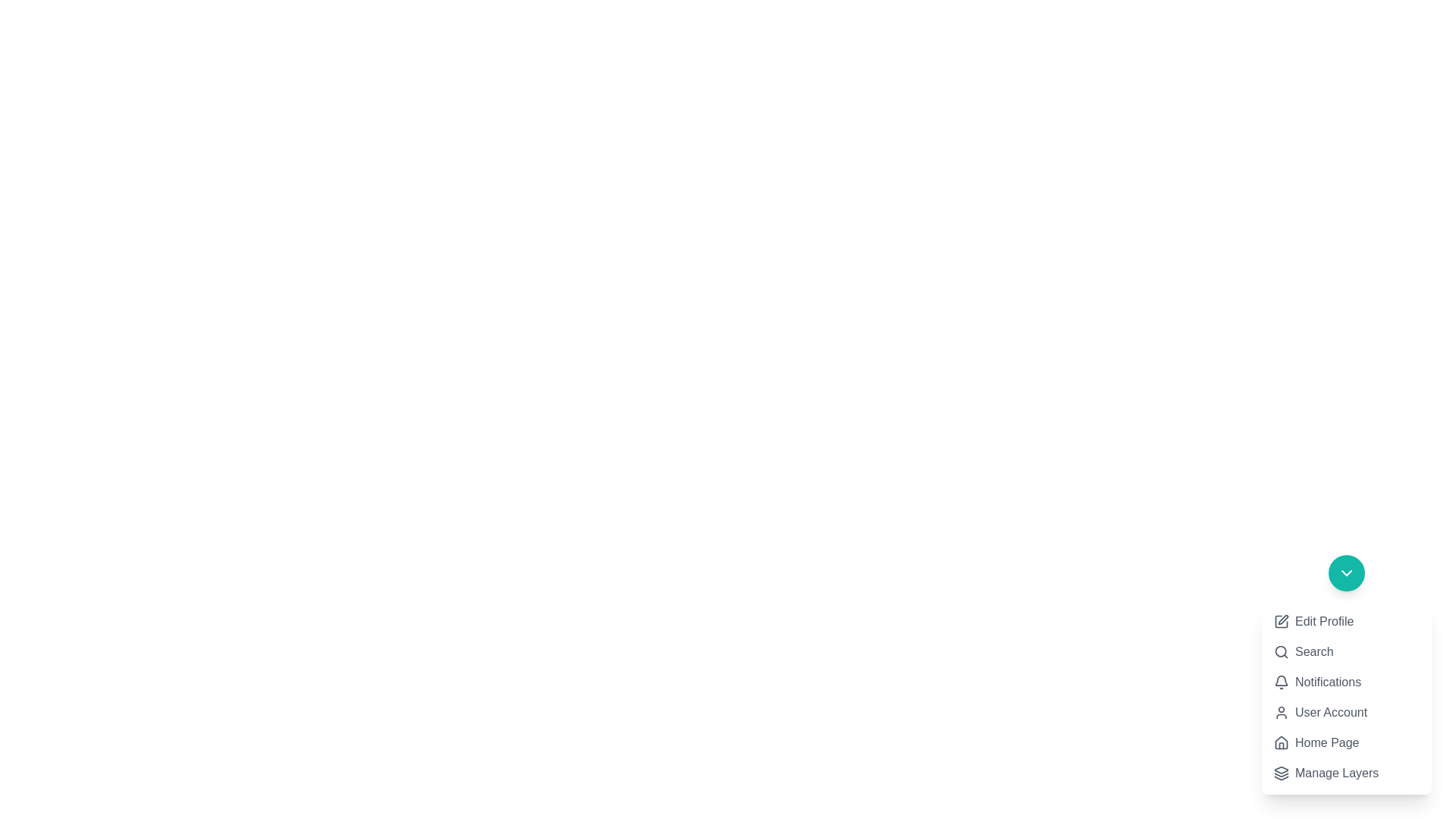 The width and height of the screenshot is (1456, 819). Describe the element at coordinates (1282, 620) in the screenshot. I see `the pen icon located in the dropdown menu under 'Edit Profile', positioned on the left side of the text label` at that location.